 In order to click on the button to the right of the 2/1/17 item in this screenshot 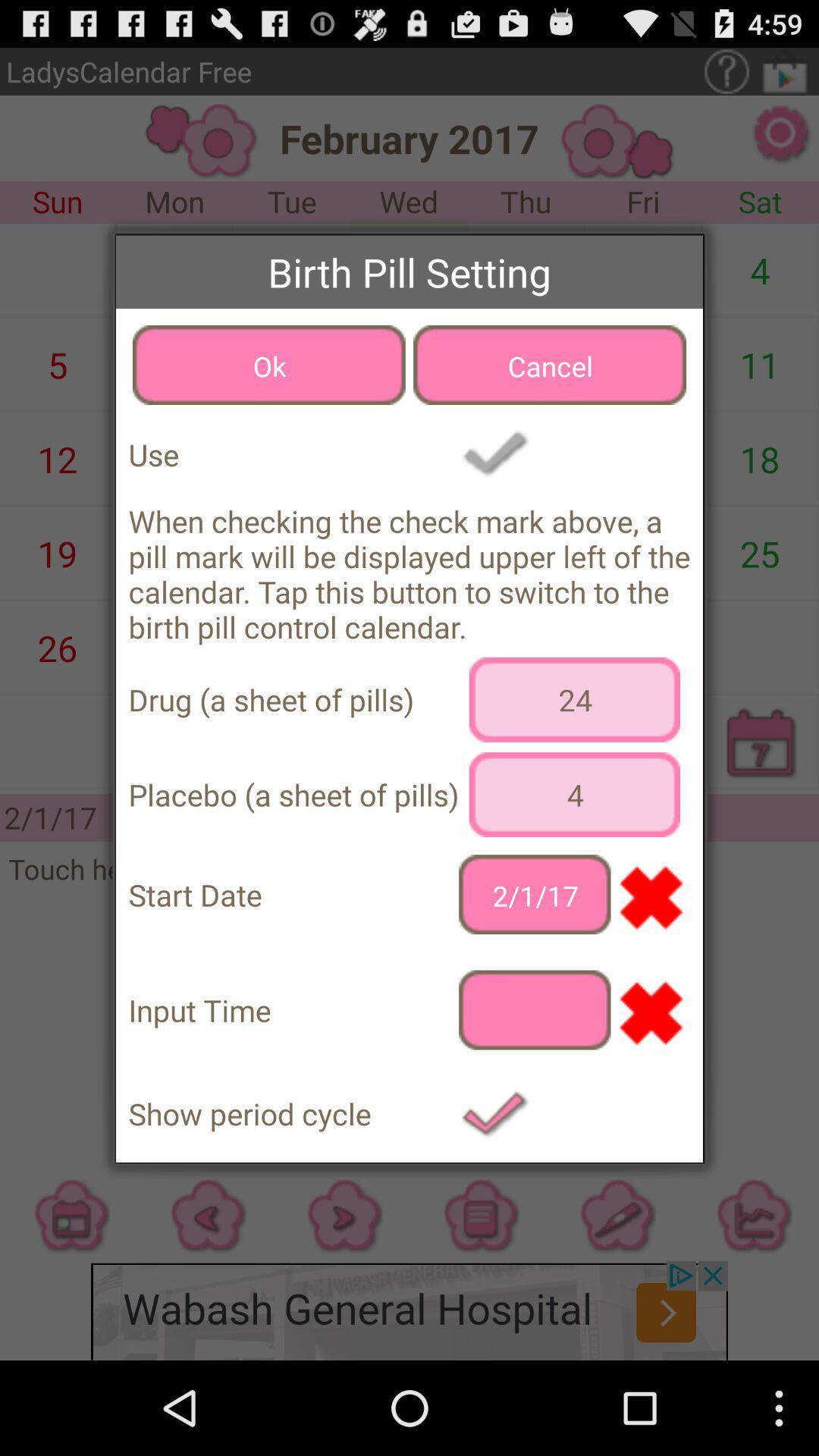, I will do `click(649, 895)`.